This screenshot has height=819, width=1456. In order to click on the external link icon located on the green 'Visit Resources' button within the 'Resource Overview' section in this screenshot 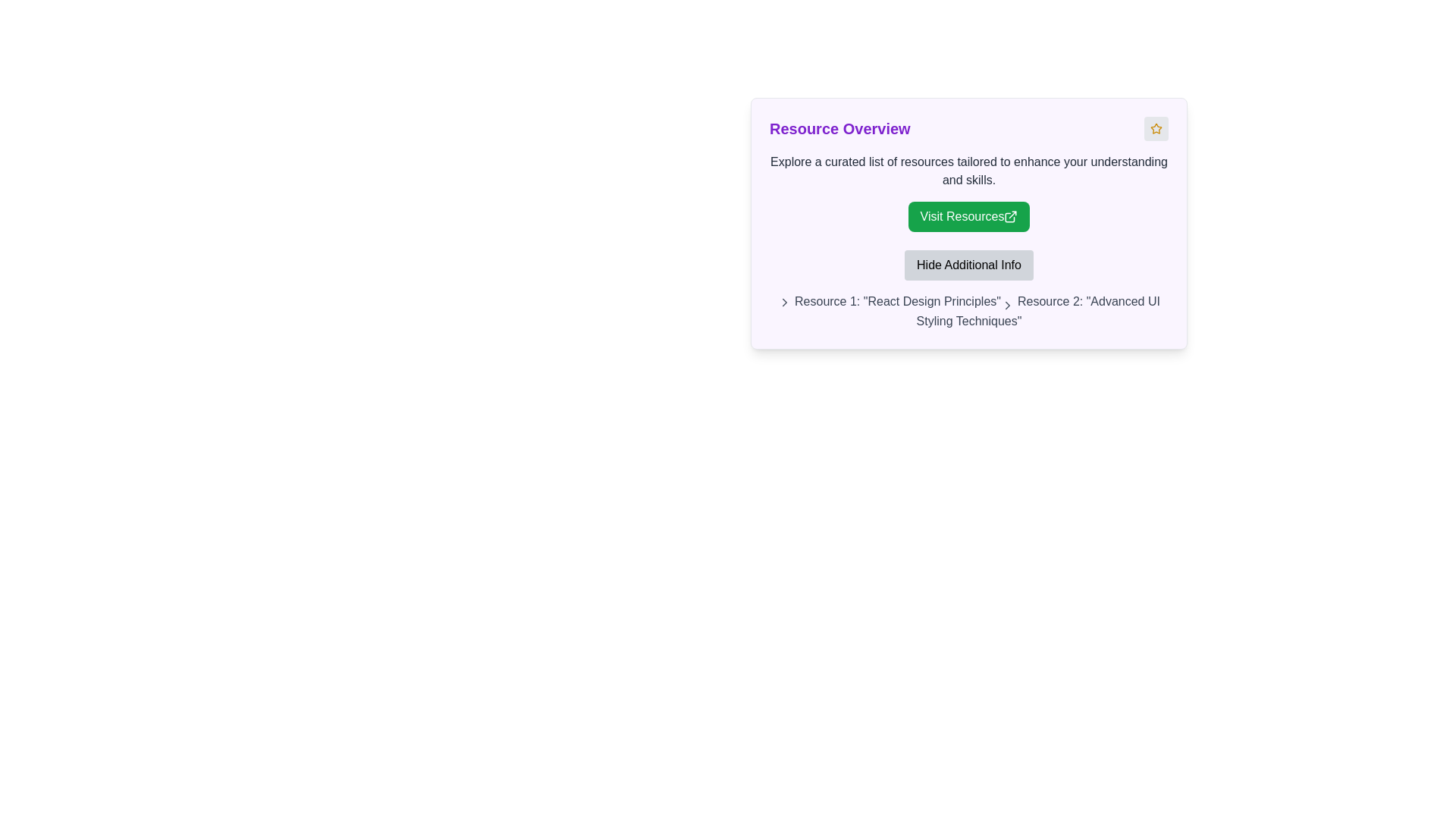, I will do `click(968, 192)`.